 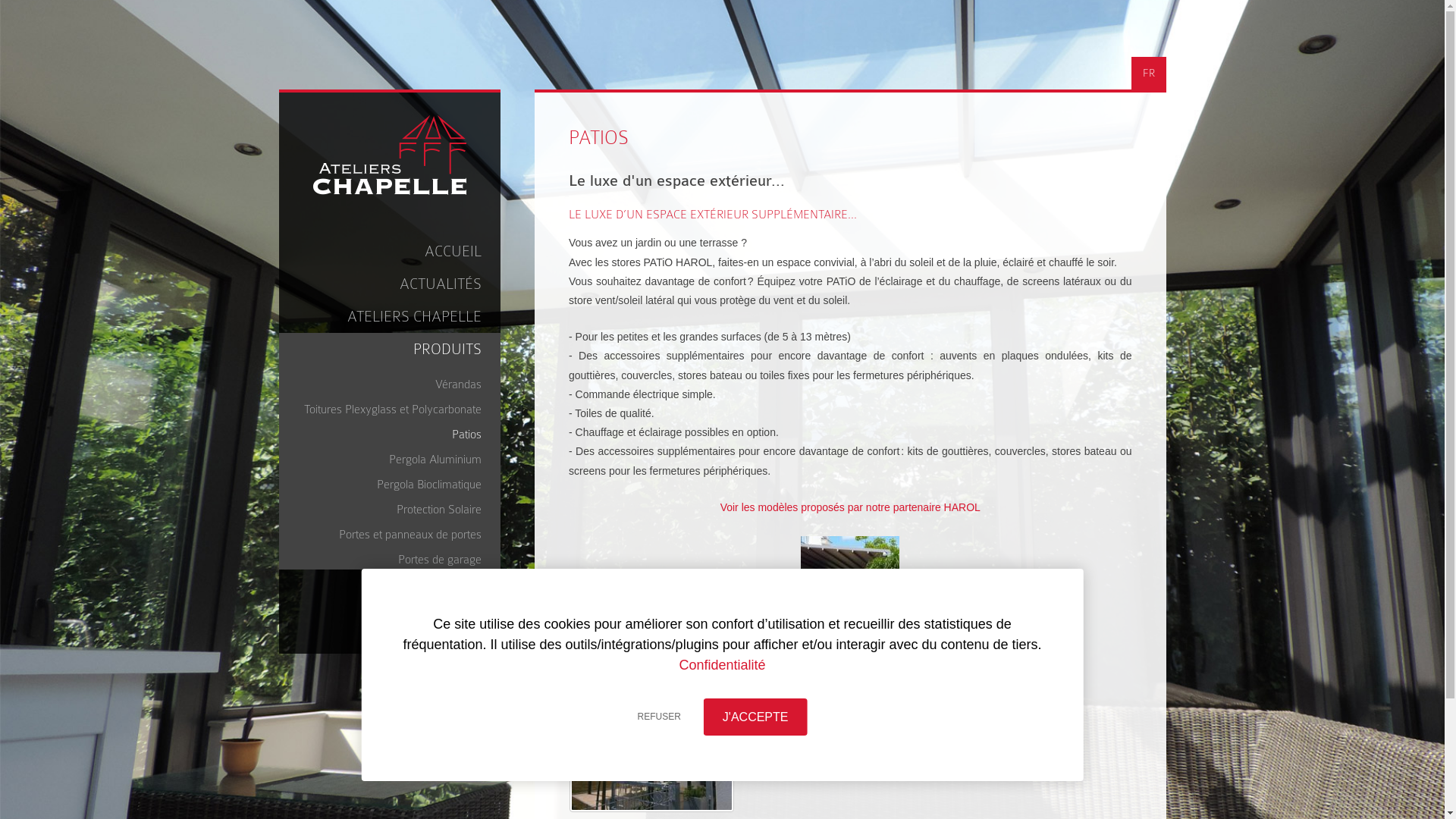 What do you see at coordinates (390, 618) in the screenshot?
I see `'CONTACT'` at bounding box center [390, 618].